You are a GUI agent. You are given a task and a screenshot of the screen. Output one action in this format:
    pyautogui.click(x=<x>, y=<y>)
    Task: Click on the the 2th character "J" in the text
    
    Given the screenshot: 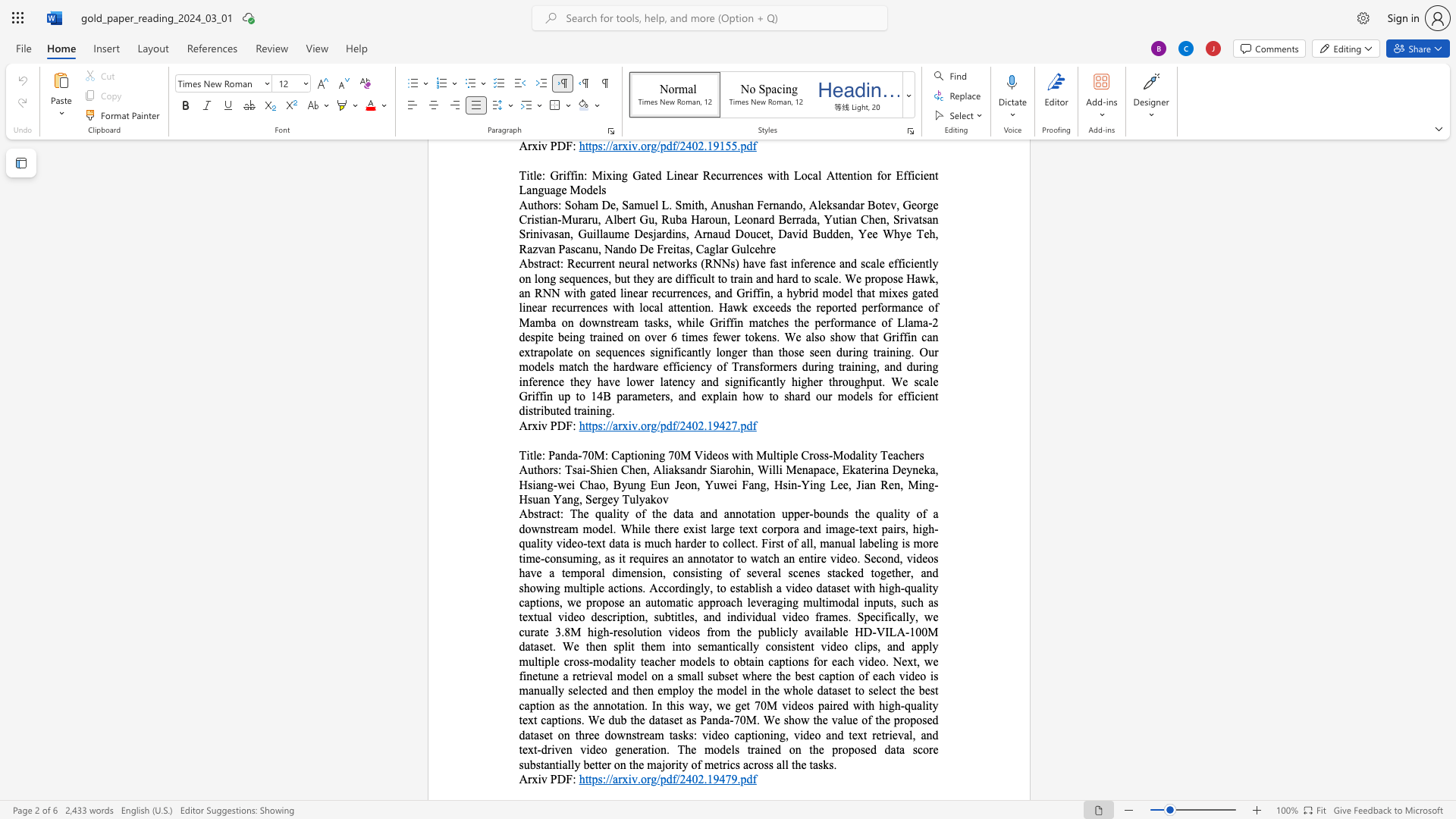 What is the action you would take?
    pyautogui.click(x=858, y=485)
    